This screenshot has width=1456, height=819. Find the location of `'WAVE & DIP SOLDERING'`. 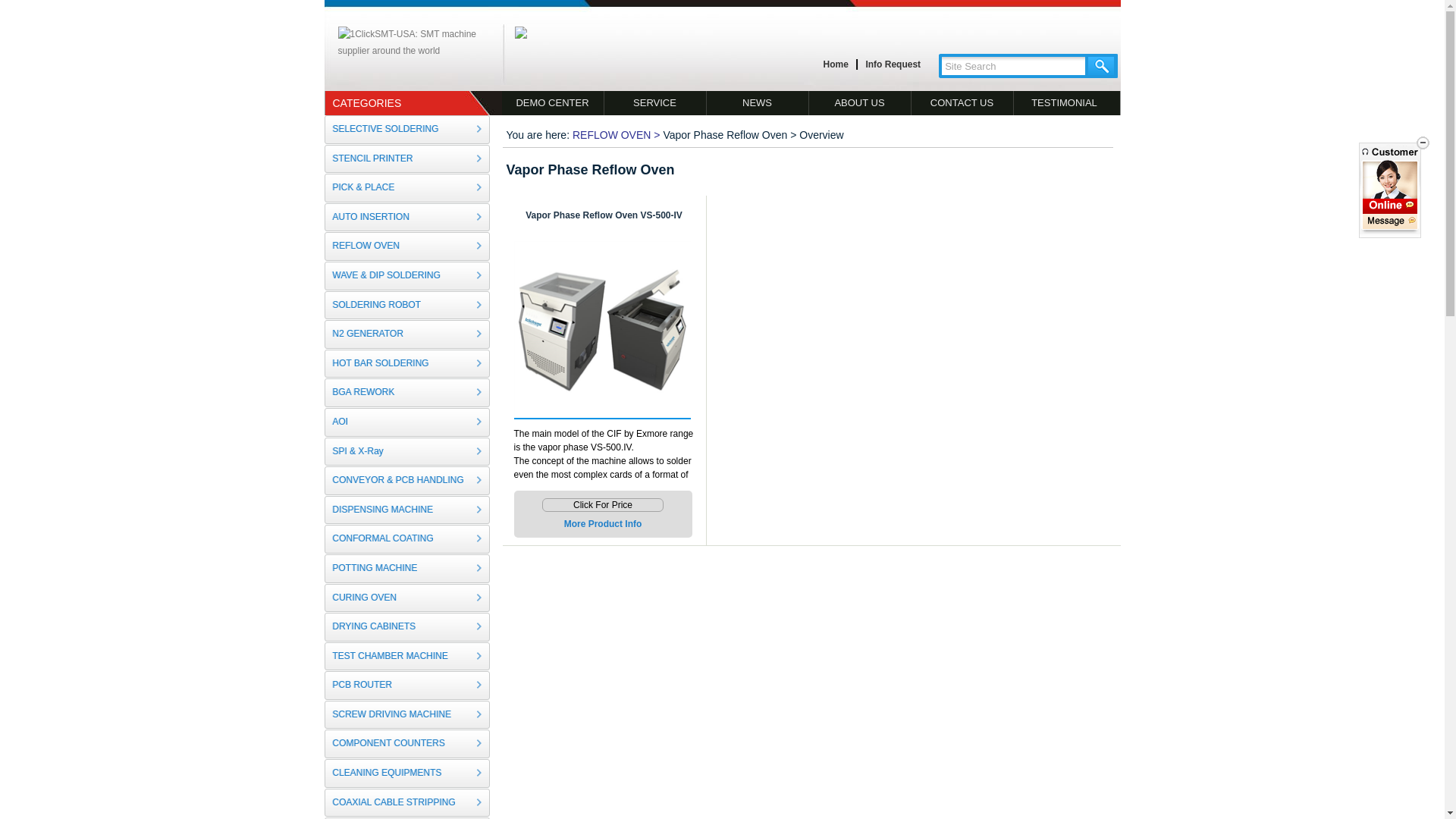

'WAVE & DIP SOLDERING' is located at coordinates (323, 275).